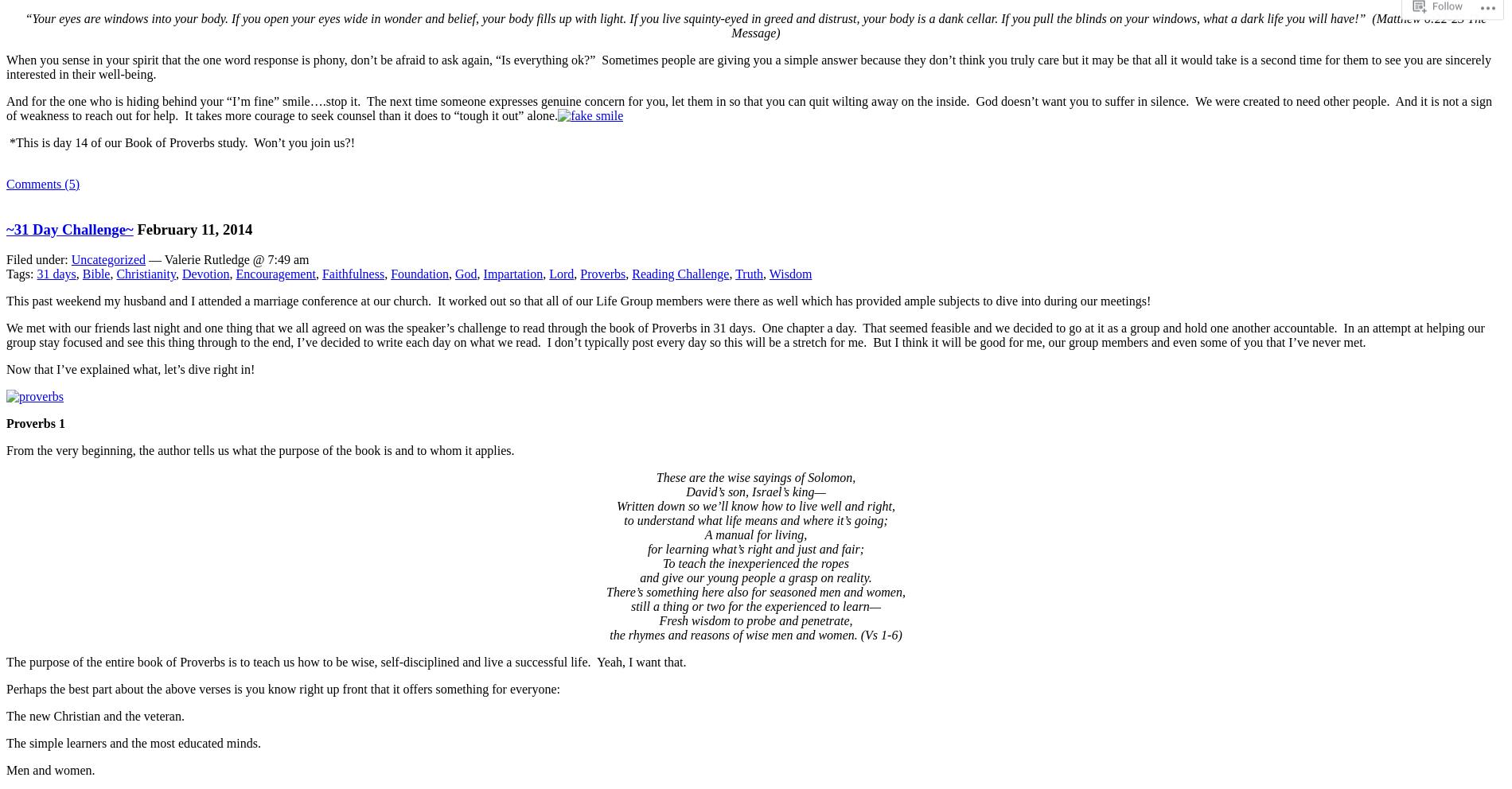 The image size is (1512, 789). I want to click on 'There’s something here also for seasoned men and women,', so click(754, 592).